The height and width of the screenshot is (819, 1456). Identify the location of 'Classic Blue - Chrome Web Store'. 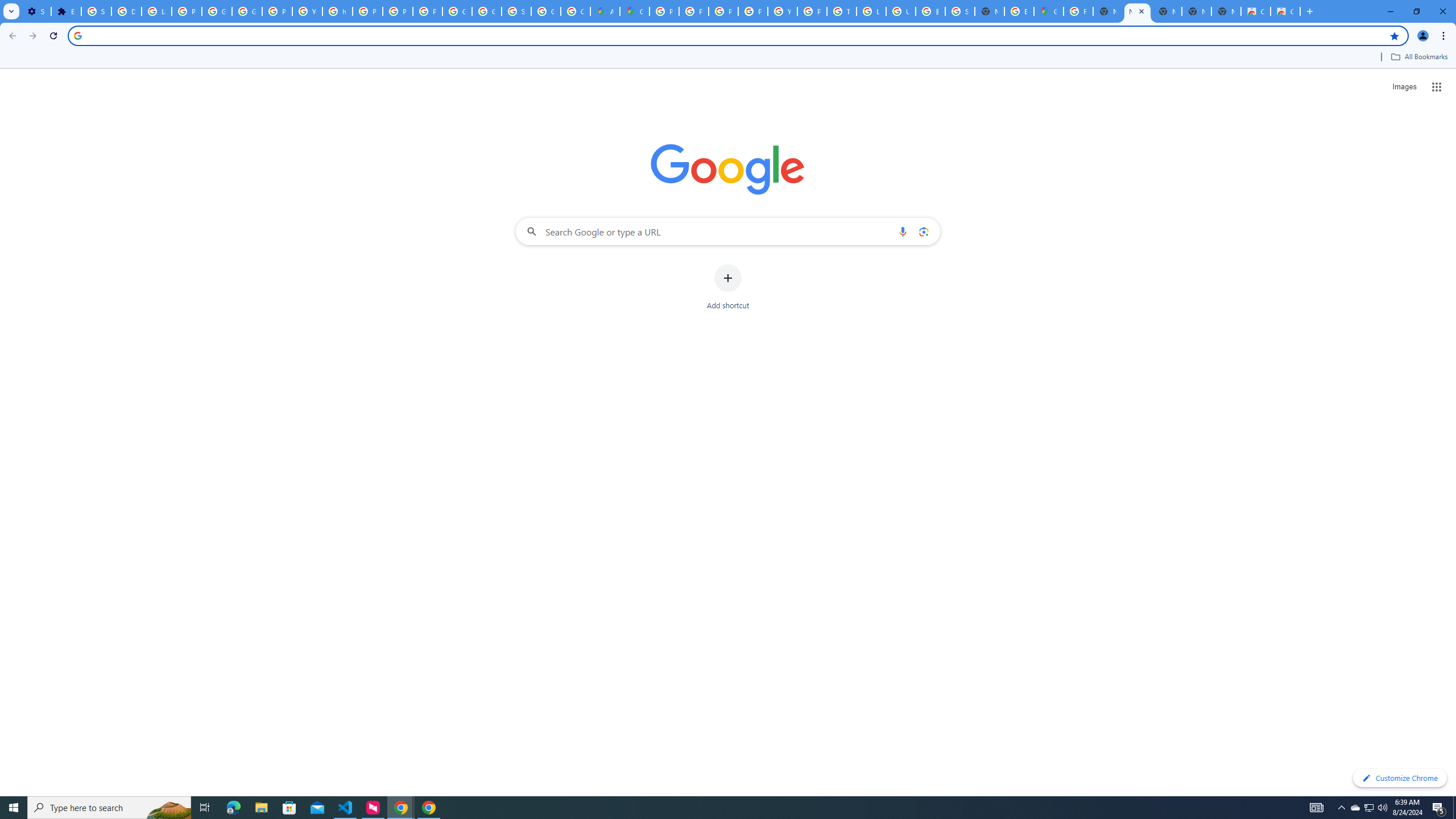
(1284, 11).